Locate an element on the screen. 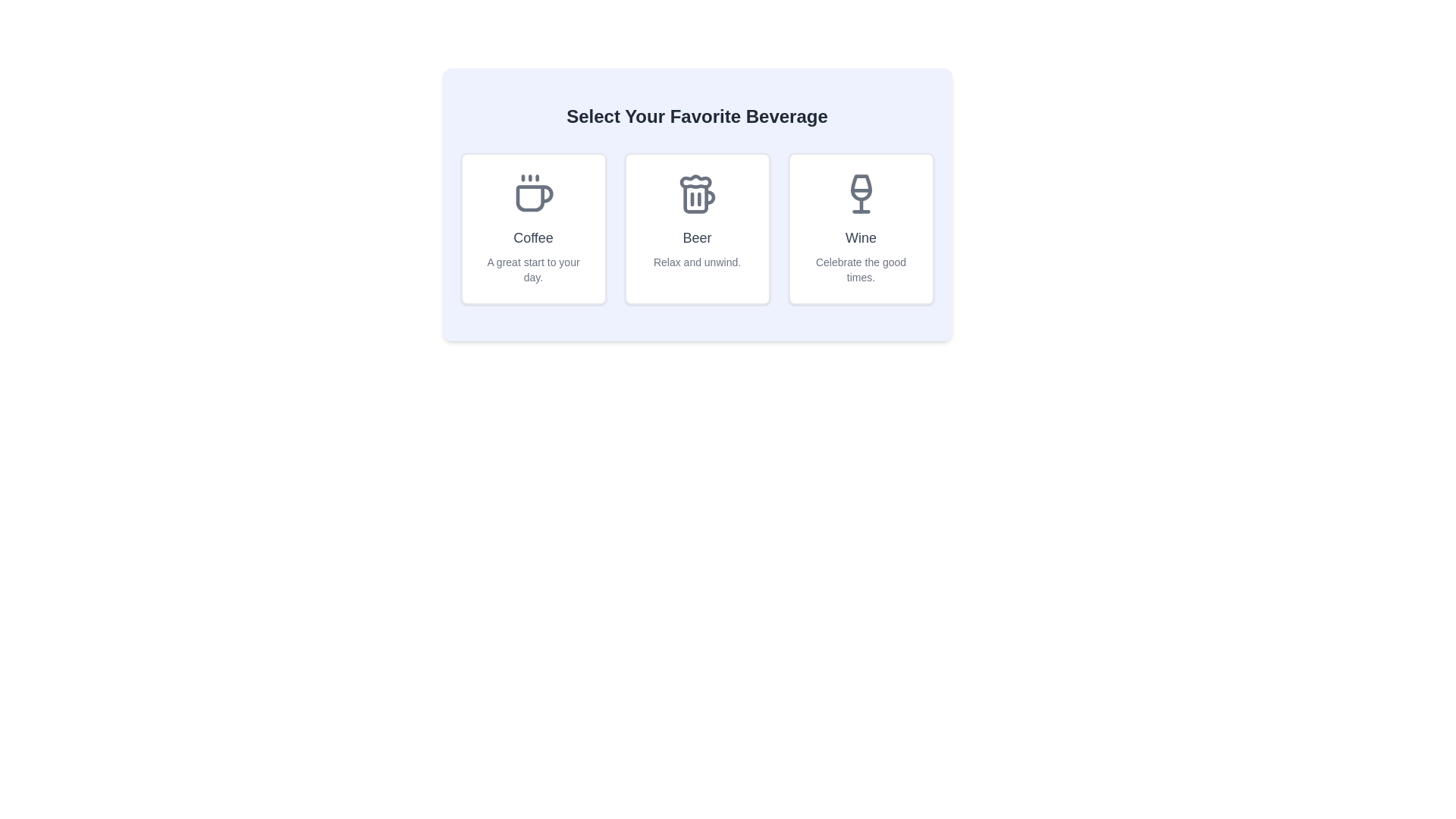 Image resolution: width=1456 pixels, height=819 pixels. the Icon Component resembling a beer mug handle is located at coordinates (695, 198).